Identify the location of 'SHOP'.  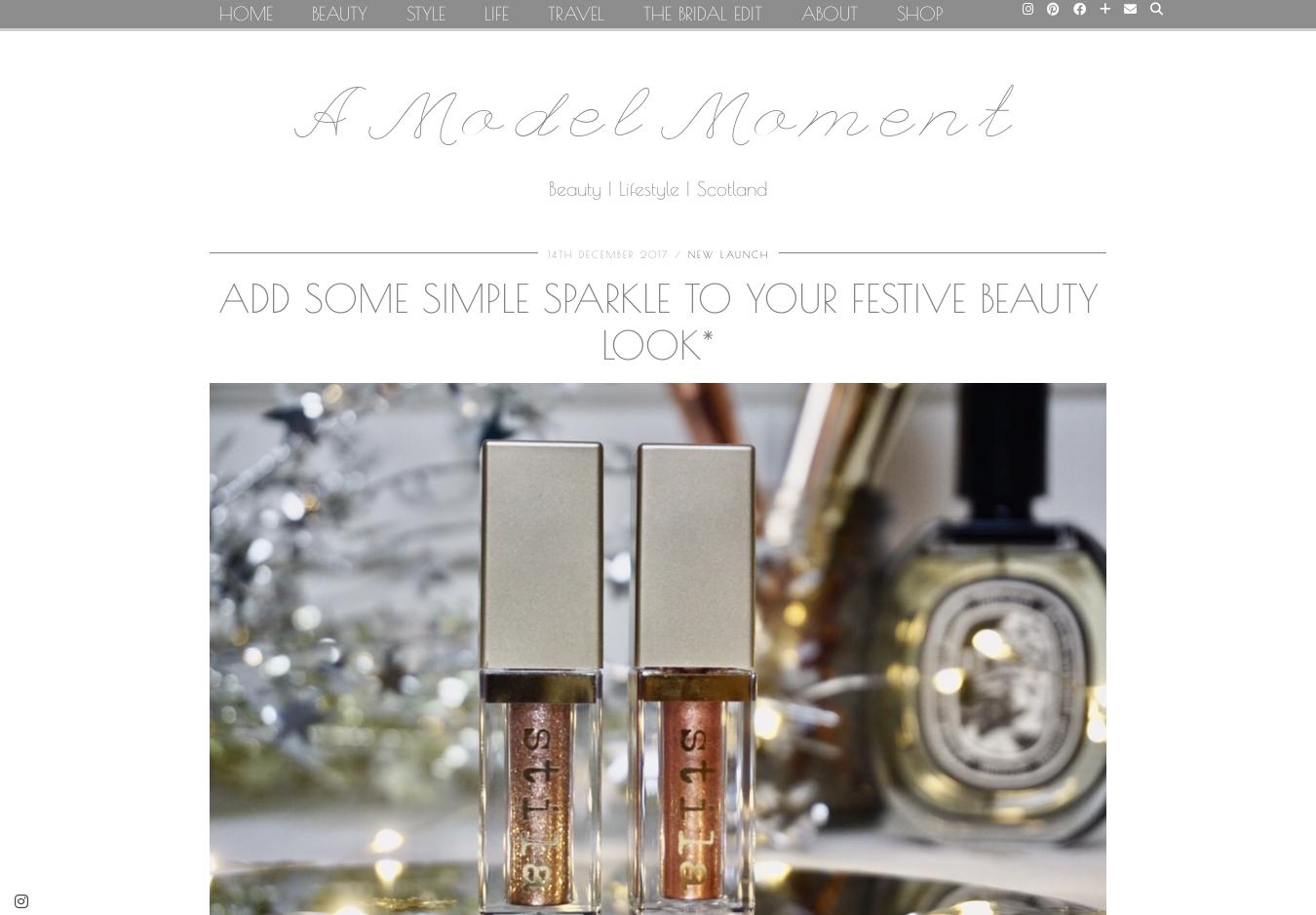
(918, 13).